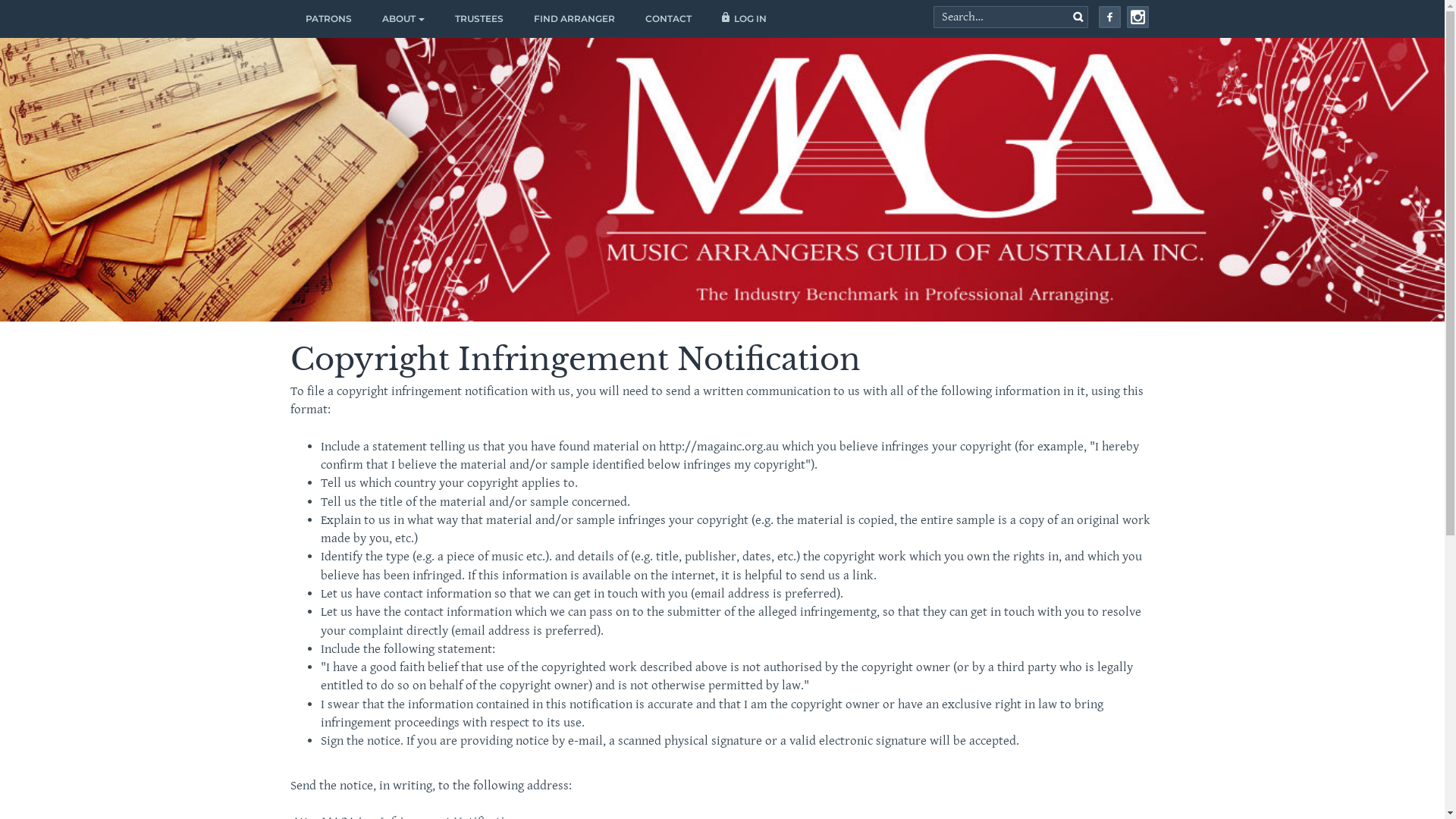 The width and height of the screenshot is (1456, 819). What do you see at coordinates (667, 18) in the screenshot?
I see `'CONTACT'` at bounding box center [667, 18].